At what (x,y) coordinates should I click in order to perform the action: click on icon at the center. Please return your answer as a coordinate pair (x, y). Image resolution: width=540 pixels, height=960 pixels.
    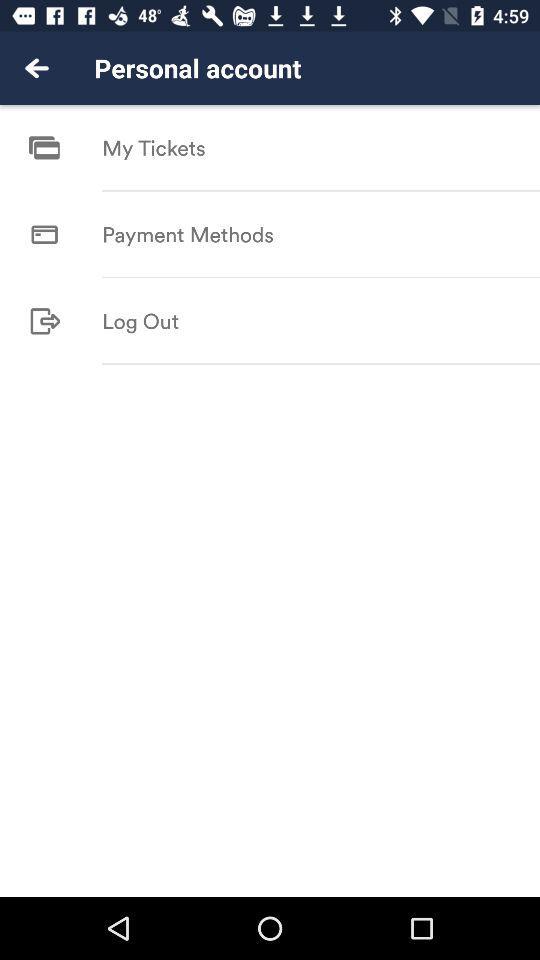
    Looking at the image, I should click on (321, 363).